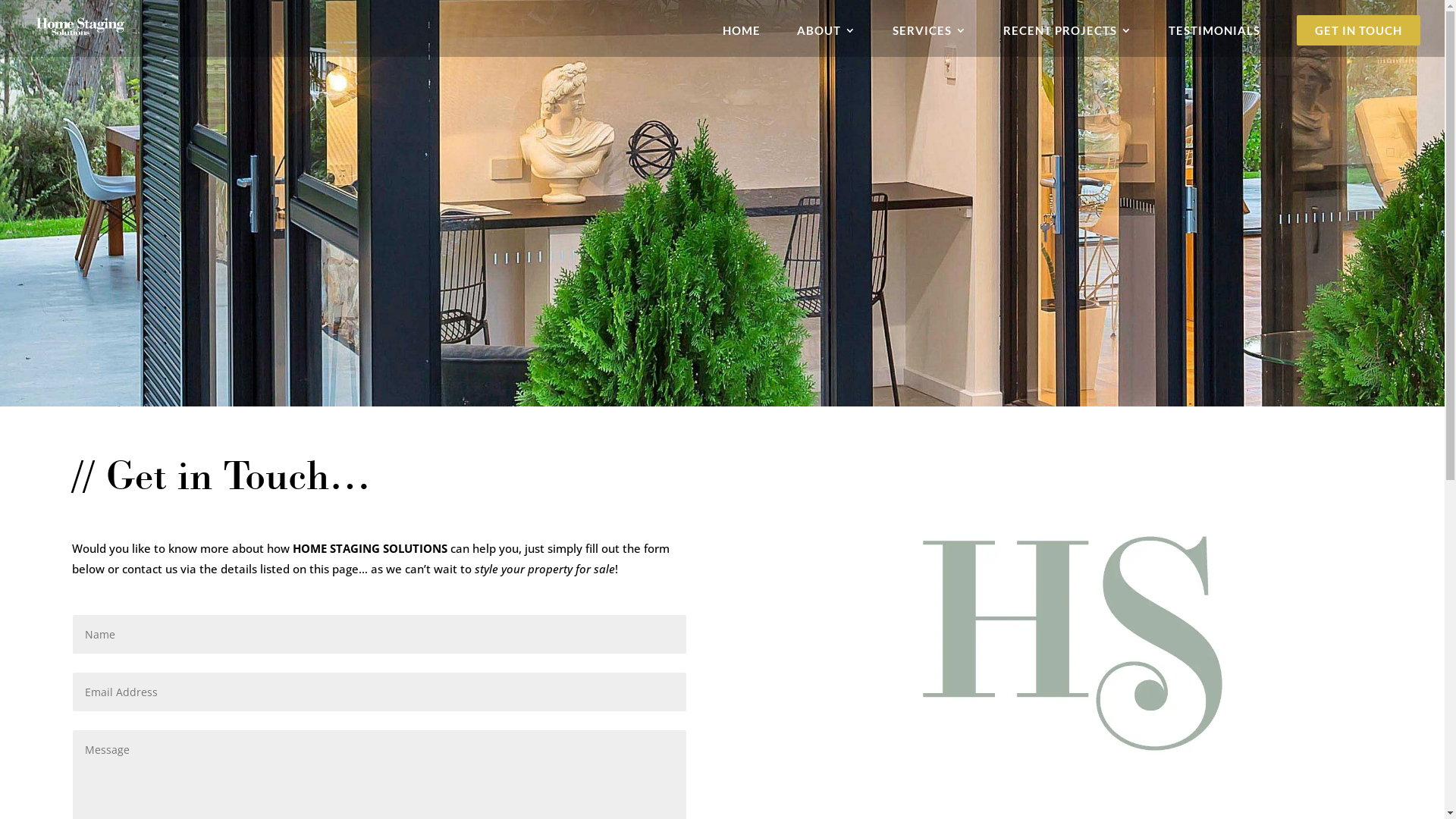  Describe the element at coordinates (928, 34) in the screenshot. I see `'SERVICES'` at that location.